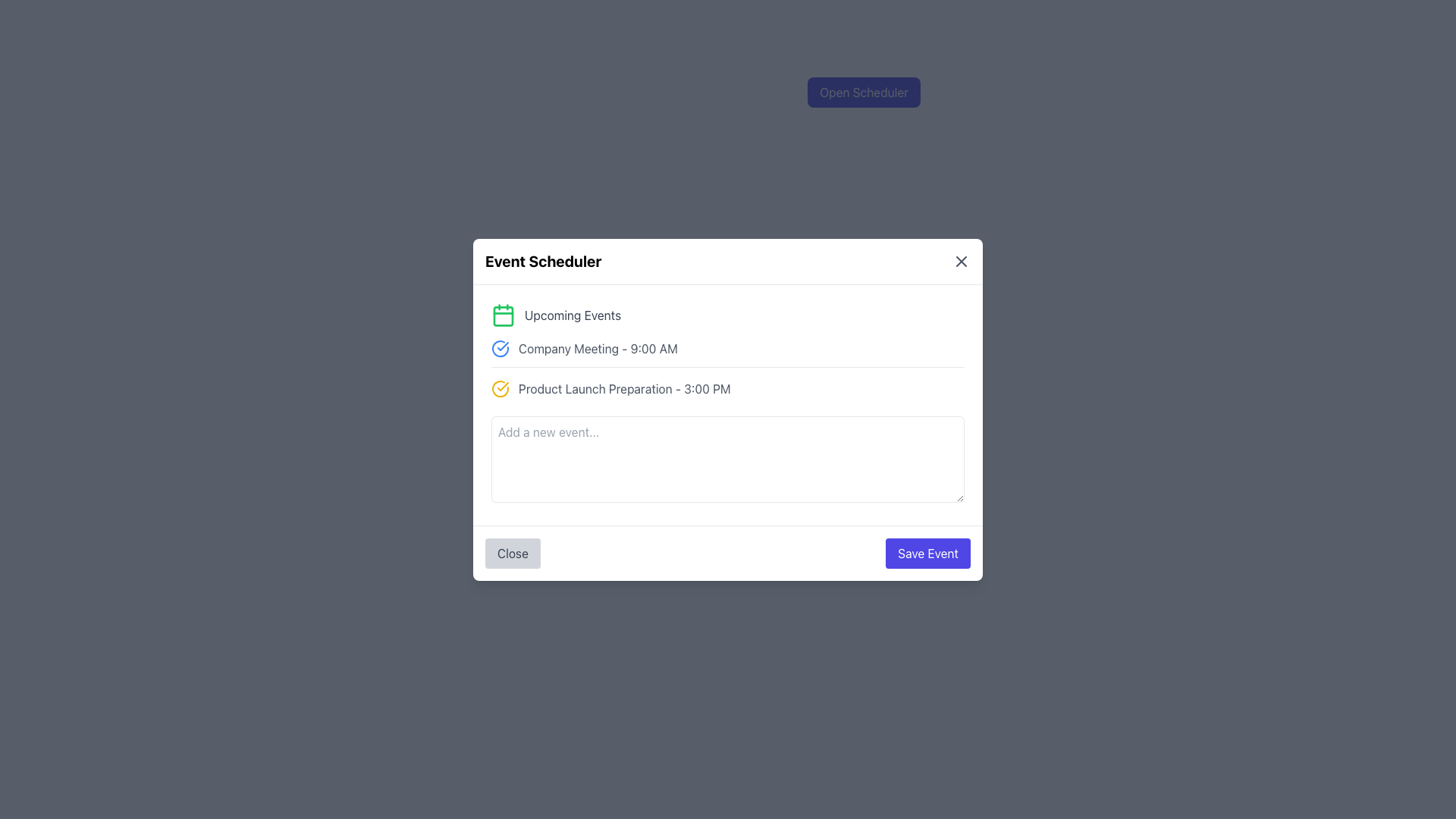 This screenshot has width=1456, height=819. Describe the element at coordinates (500, 388) in the screenshot. I see `the circular icon with a yellow checkmark that is positioned to the left of the text 'Product Launch Preparation - 3:00 PM'` at that location.